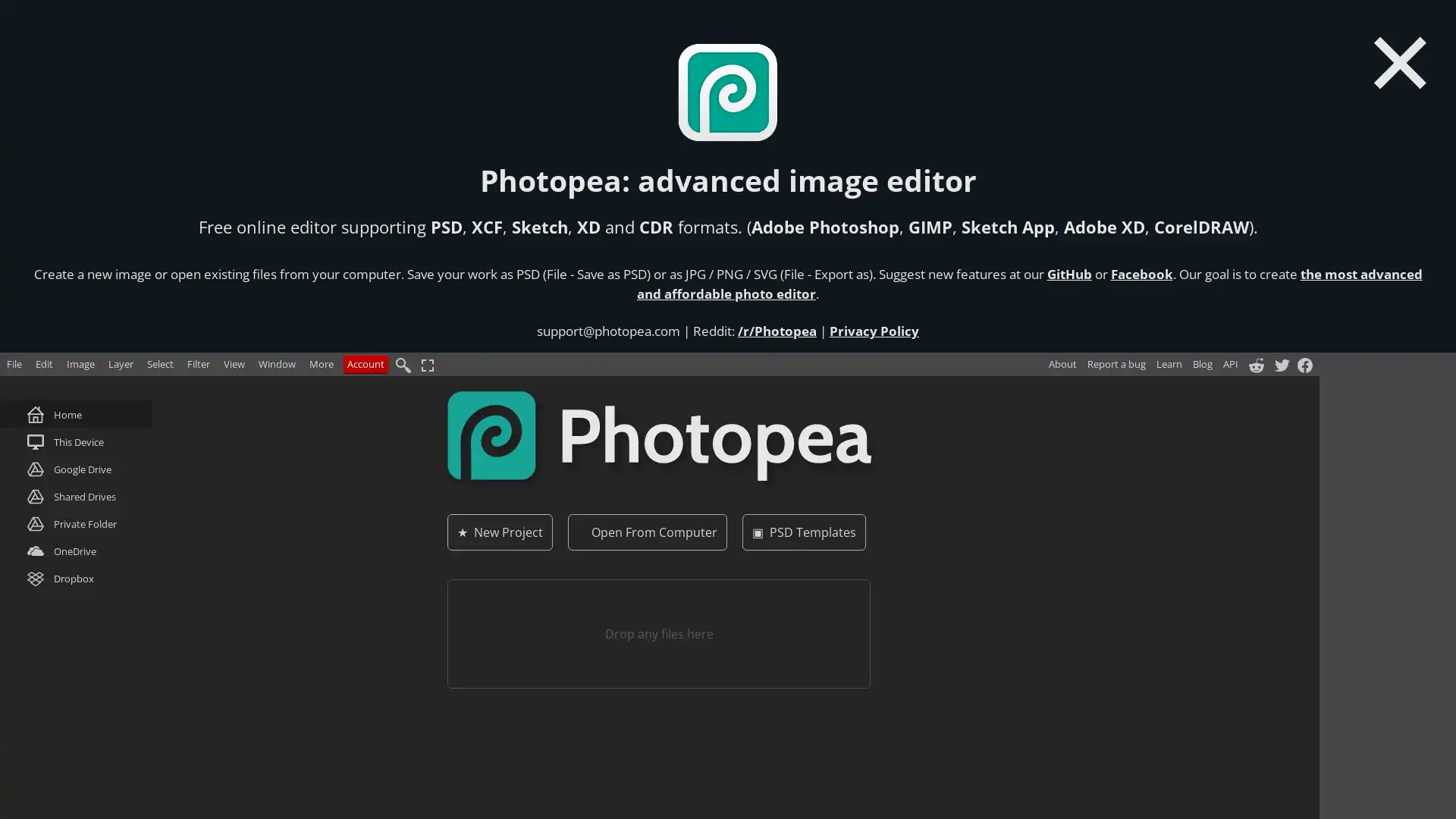 The image size is (1456, 819). What do you see at coordinates (44, 11) in the screenshot?
I see `Edit` at bounding box center [44, 11].